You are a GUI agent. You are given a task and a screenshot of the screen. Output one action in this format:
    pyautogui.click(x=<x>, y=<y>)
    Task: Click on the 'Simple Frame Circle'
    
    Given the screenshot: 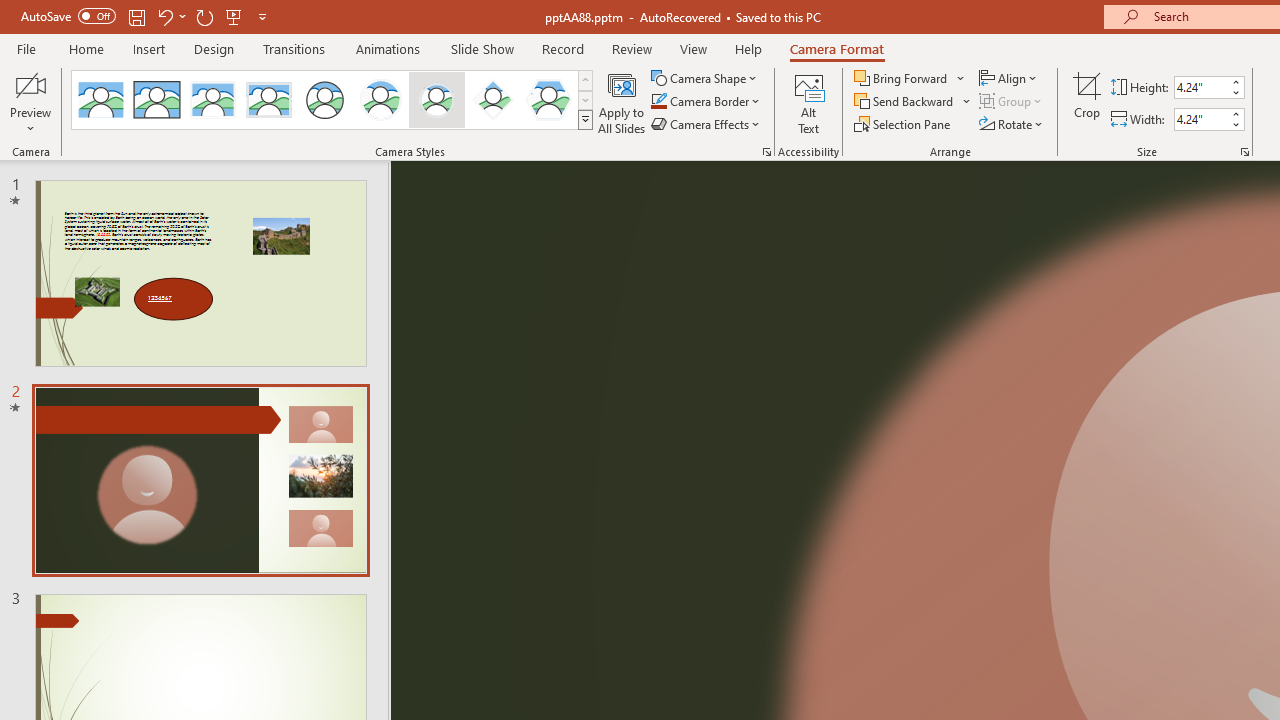 What is the action you would take?
    pyautogui.click(x=325, y=100)
    